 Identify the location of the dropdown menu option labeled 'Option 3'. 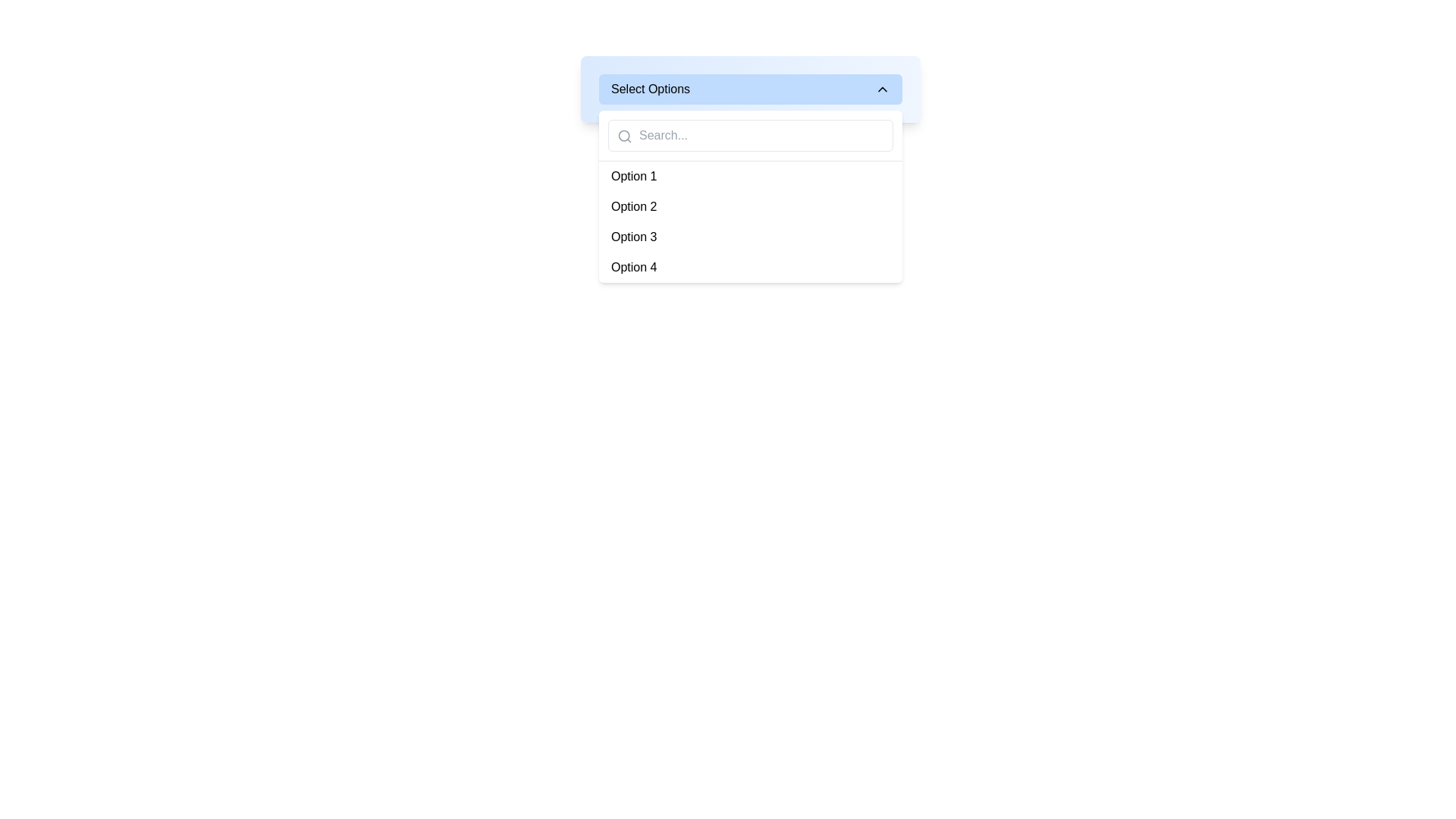
(634, 237).